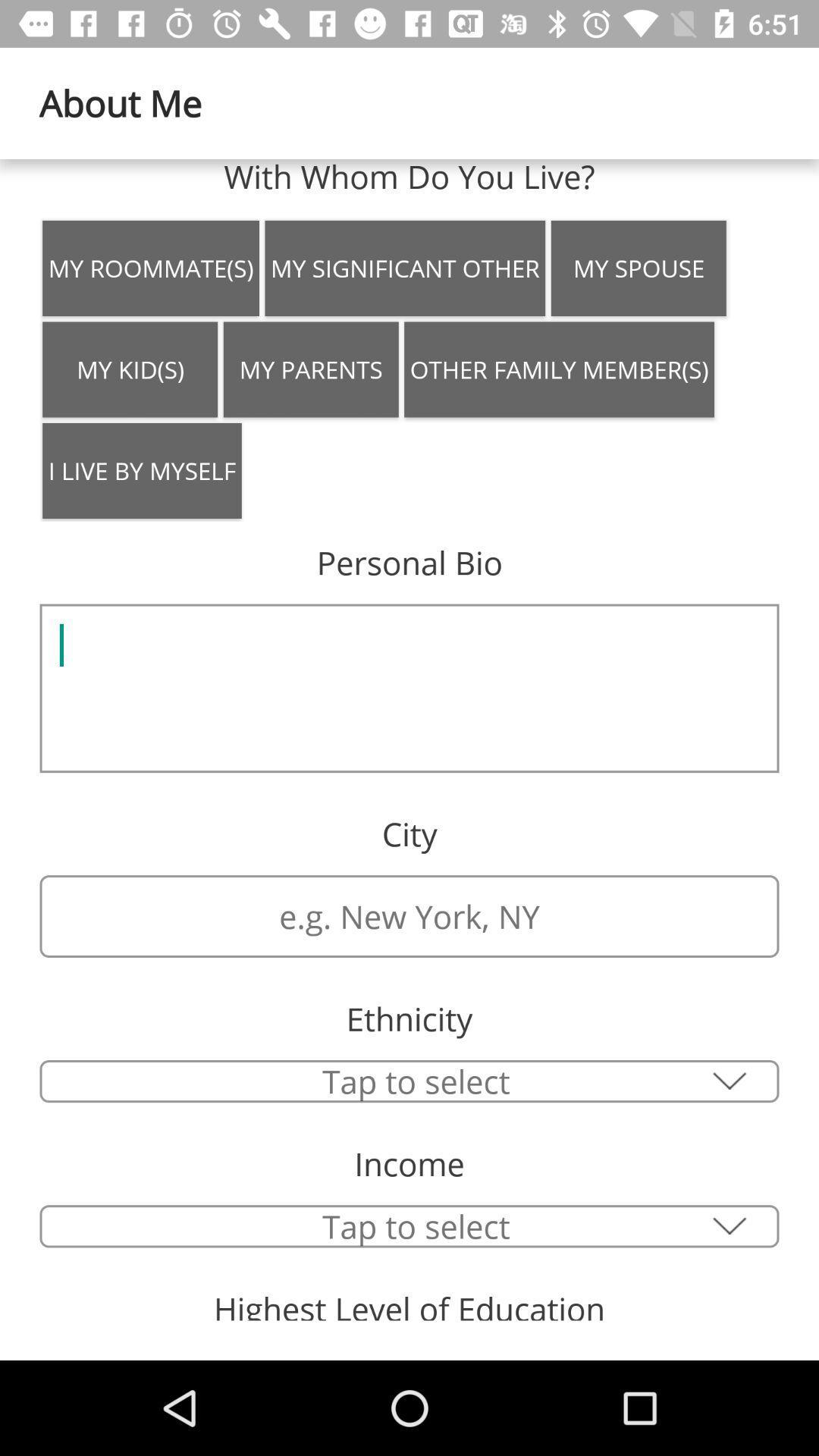  Describe the element at coordinates (639, 268) in the screenshot. I see `my spouse icon` at that location.